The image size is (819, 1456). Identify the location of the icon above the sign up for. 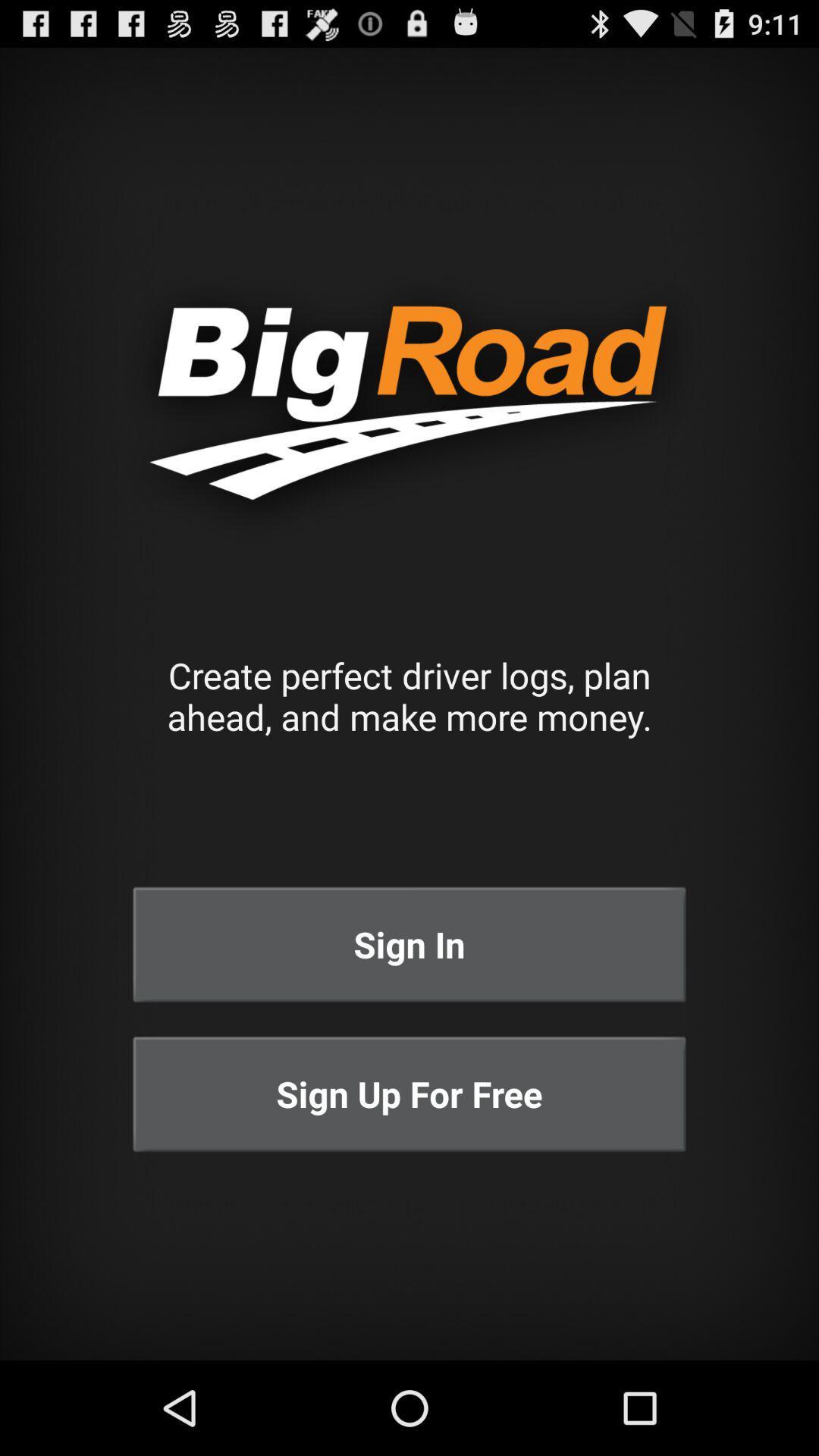
(409, 943).